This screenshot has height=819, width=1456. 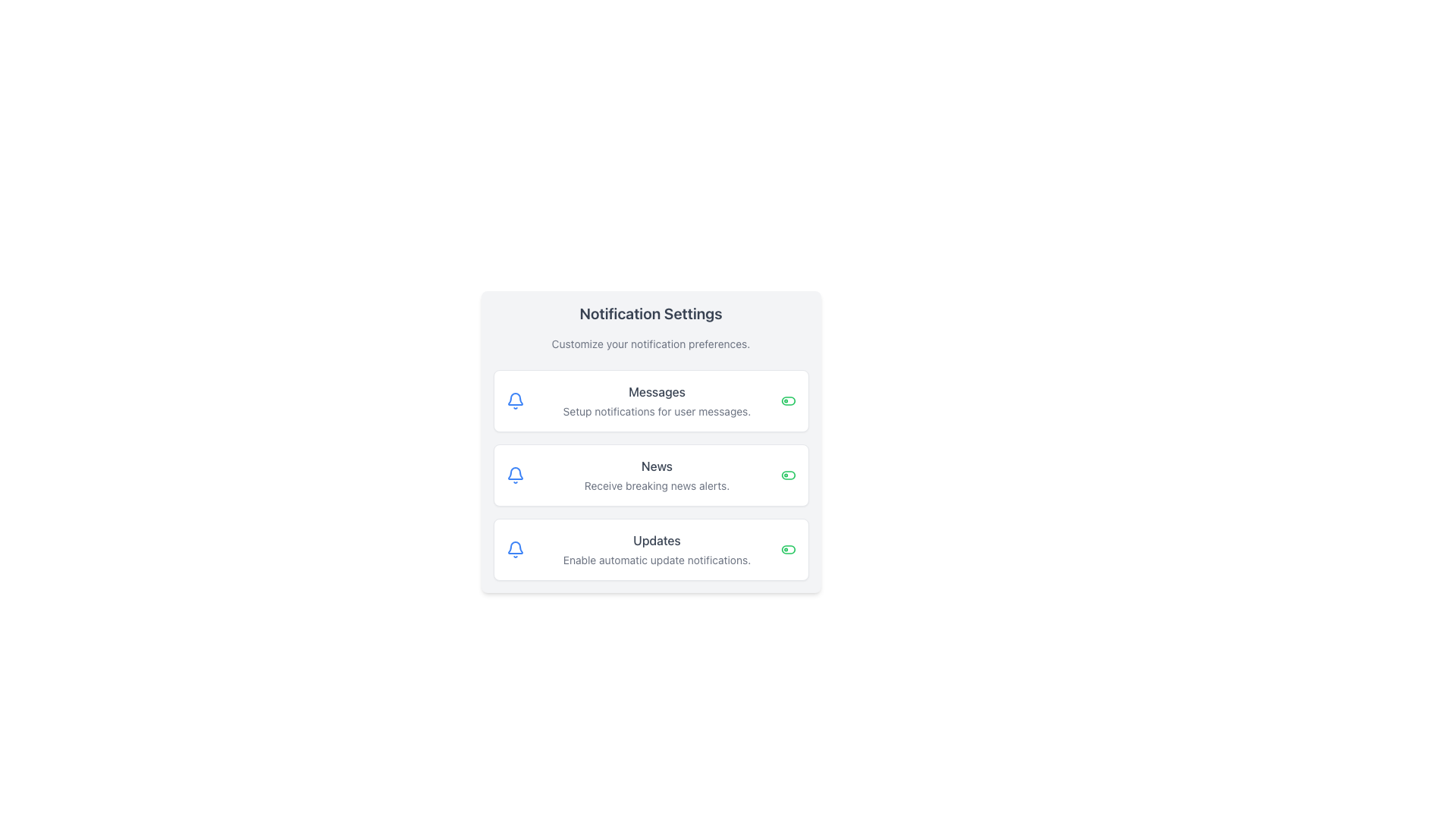 What do you see at coordinates (657, 412) in the screenshot?
I see `the static text element that provides additional information about the 'Messages' title, located in the 'Notification Settings' section` at bounding box center [657, 412].